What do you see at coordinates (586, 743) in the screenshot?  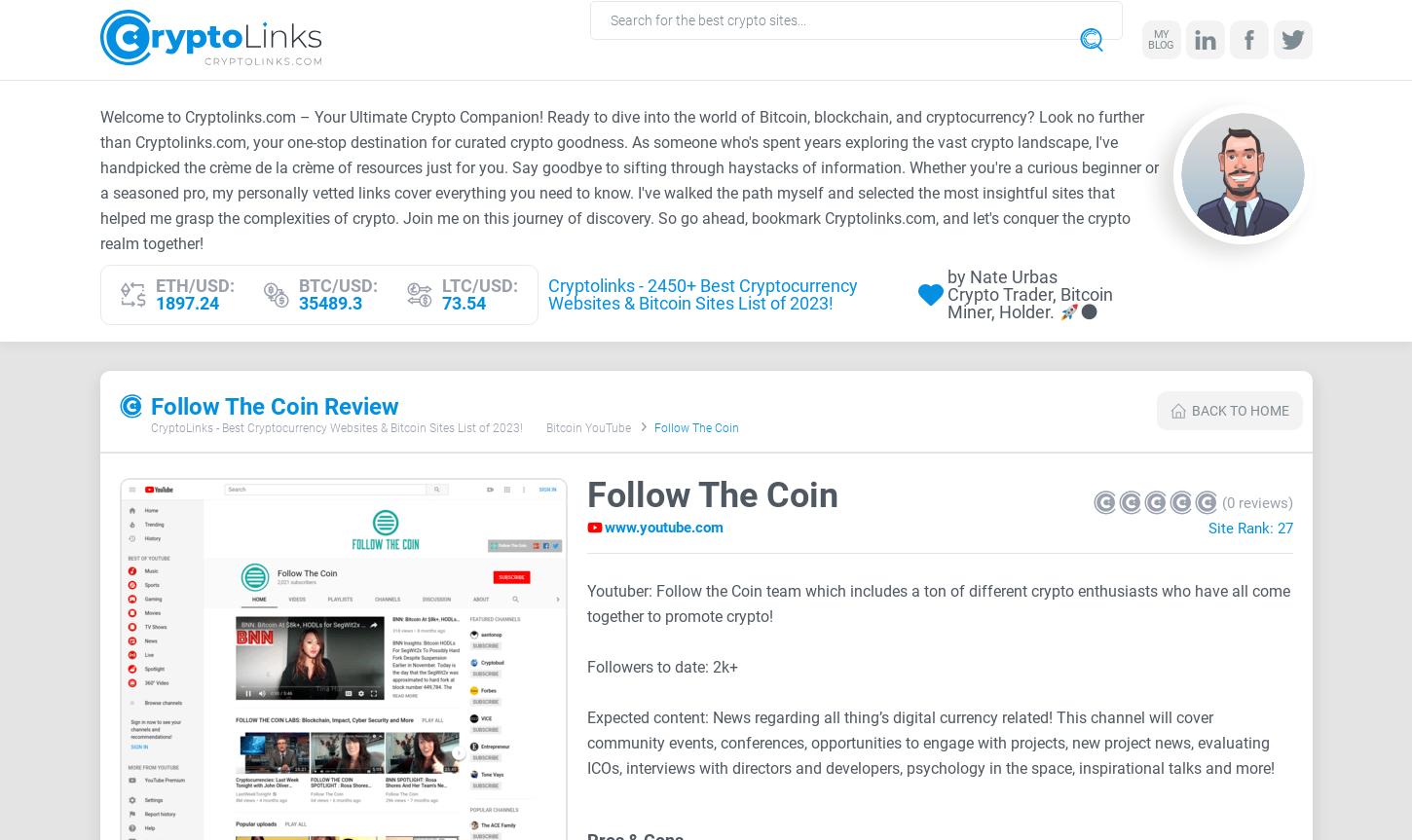 I see `'Expected content: News regarding all thing’s digital currency related! This channel will cover community events, conferences, opportunities to engage with projects, new project news, evaluating ICOs, interviews with directors and developers, psychology in the space, inspirational talks and more!'` at bounding box center [586, 743].